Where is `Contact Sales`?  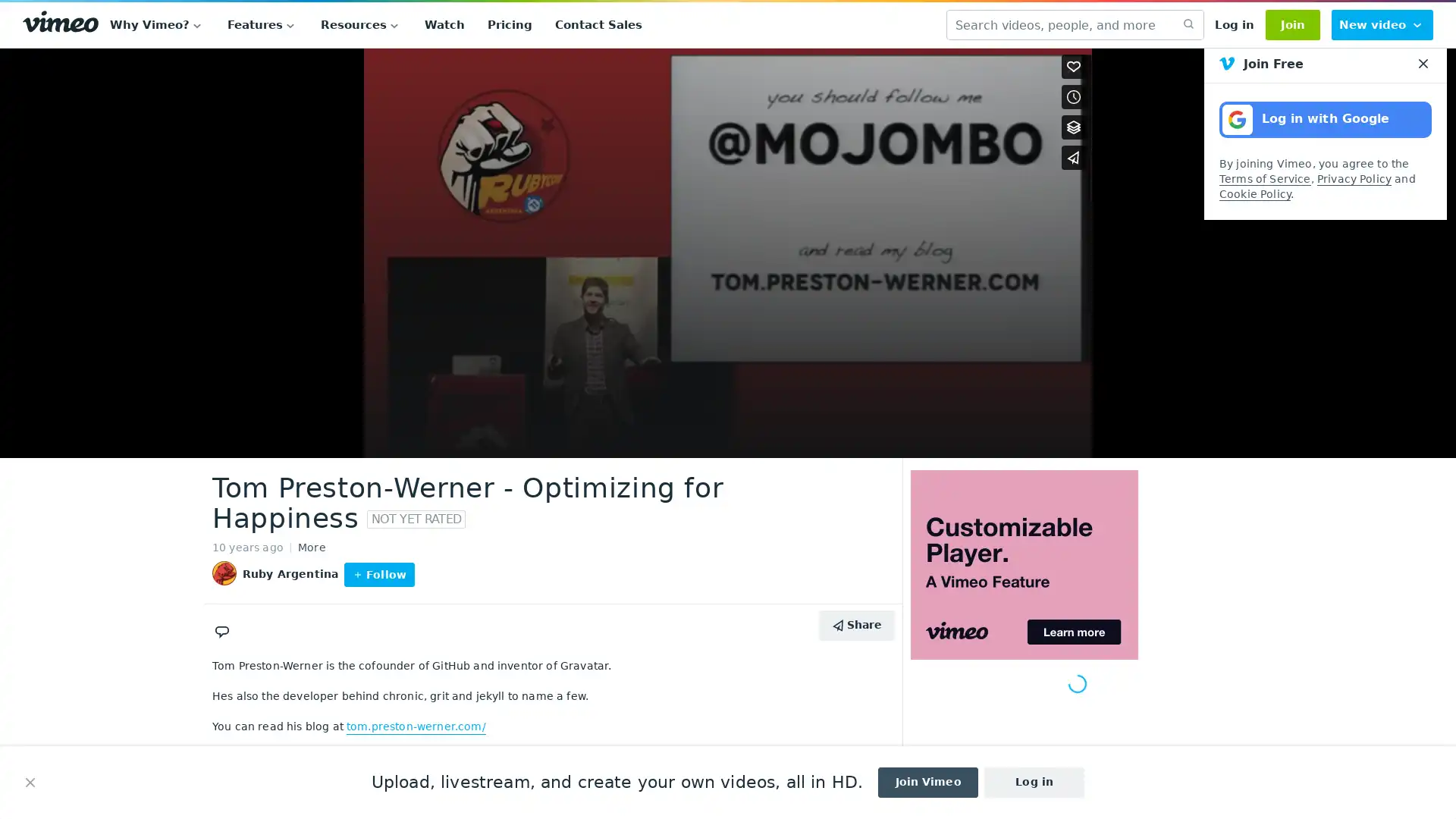 Contact Sales is located at coordinates (598, 25).